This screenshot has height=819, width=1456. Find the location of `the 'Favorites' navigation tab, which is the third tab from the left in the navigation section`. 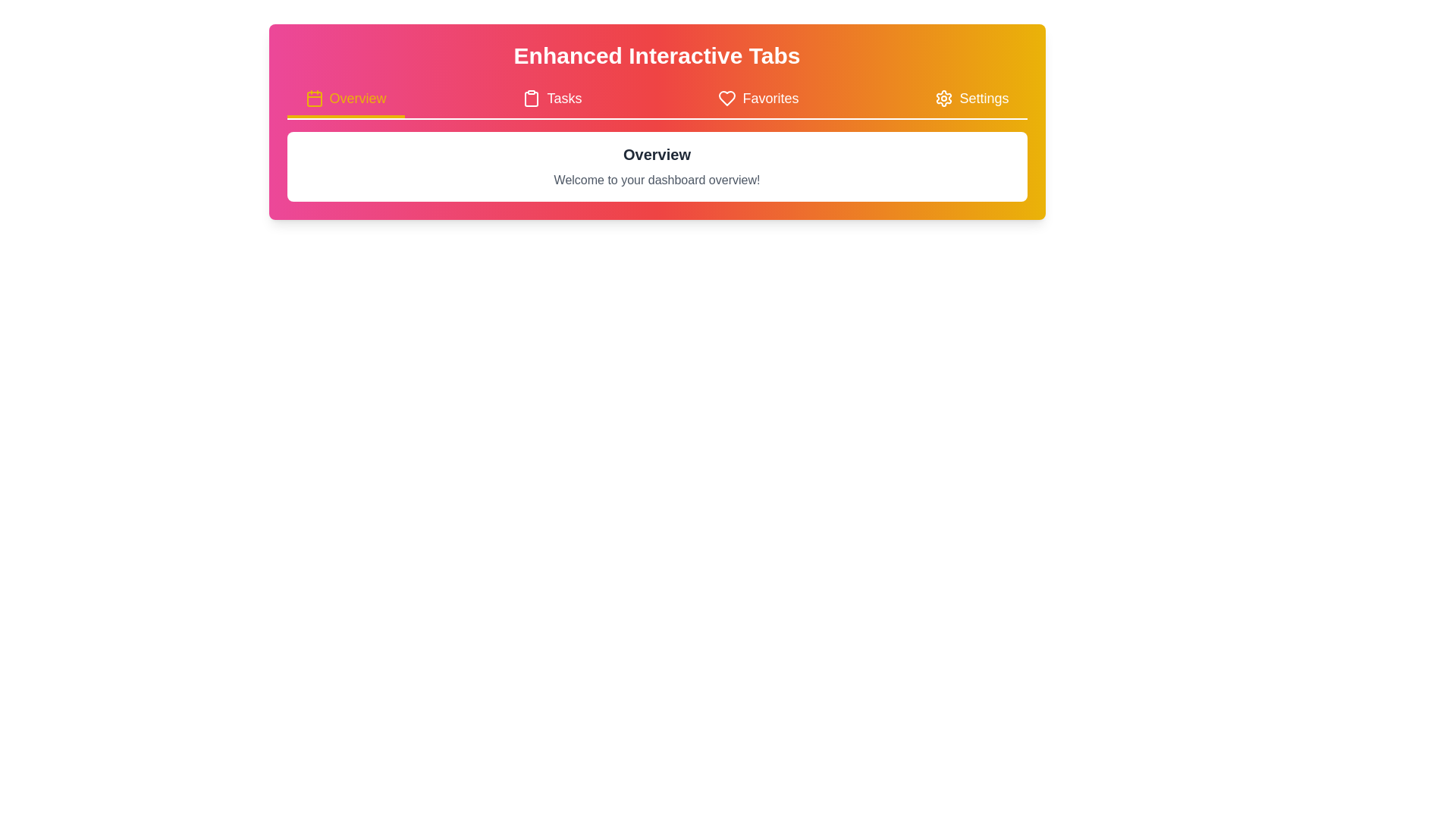

the 'Favorites' navigation tab, which is the third tab from the left in the navigation section is located at coordinates (758, 99).